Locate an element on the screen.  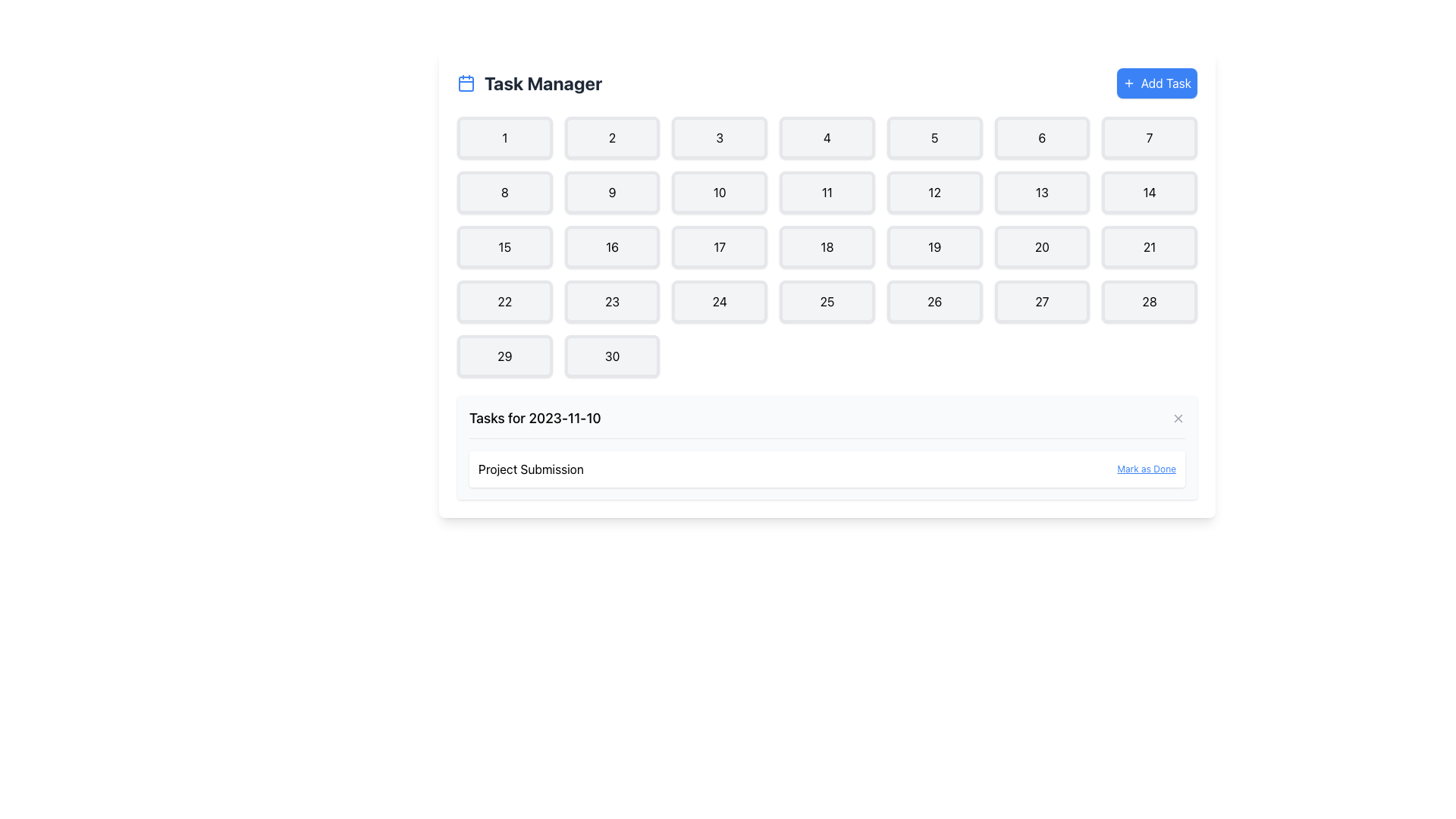
the calendar button representing the date in the third row and sixth column, surrounded by '18' on the left and '20' on the right is located at coordinates (934, 246).